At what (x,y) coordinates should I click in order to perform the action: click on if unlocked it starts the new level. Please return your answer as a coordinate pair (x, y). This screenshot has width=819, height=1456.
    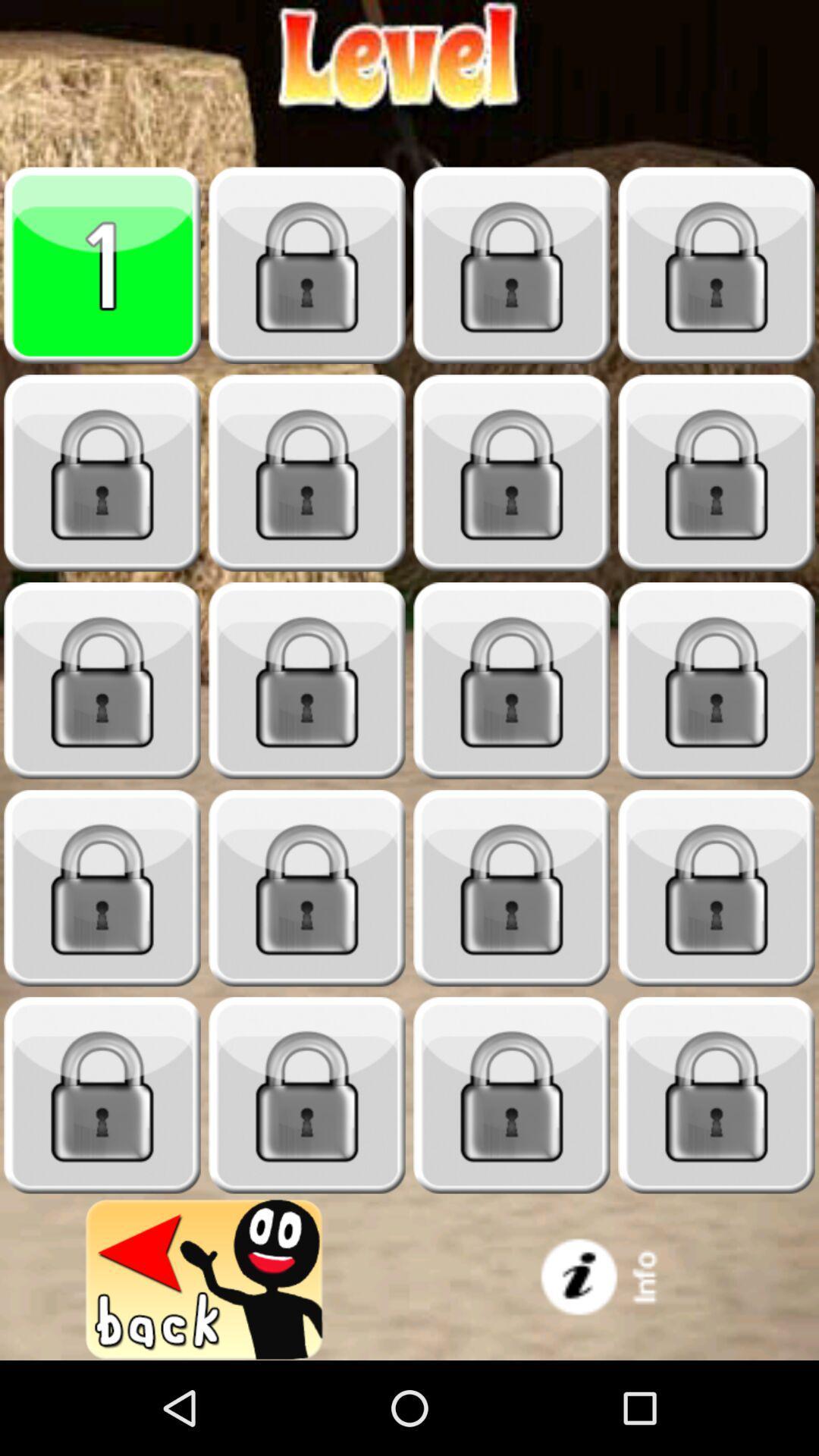
    Looking at the image, I should click on (102, 1095).